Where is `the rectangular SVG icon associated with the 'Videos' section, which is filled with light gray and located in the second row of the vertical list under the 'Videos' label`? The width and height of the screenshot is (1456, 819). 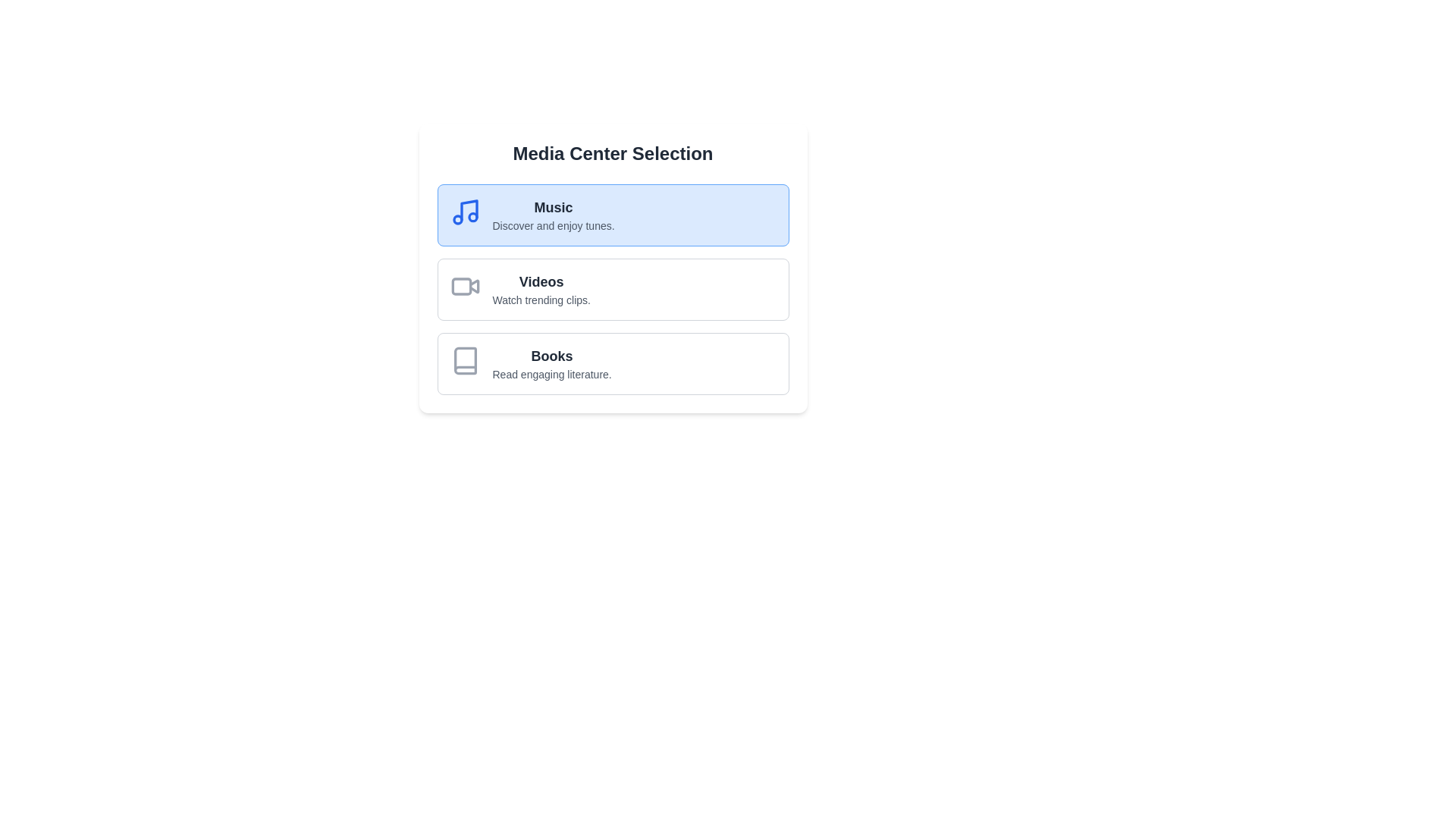 the rectangular SVG icon associated with the 'Videos' section, which is filled with light gray and located in the second row of the vertical list under the 'Videos' label is located at coordinates (460, 287).